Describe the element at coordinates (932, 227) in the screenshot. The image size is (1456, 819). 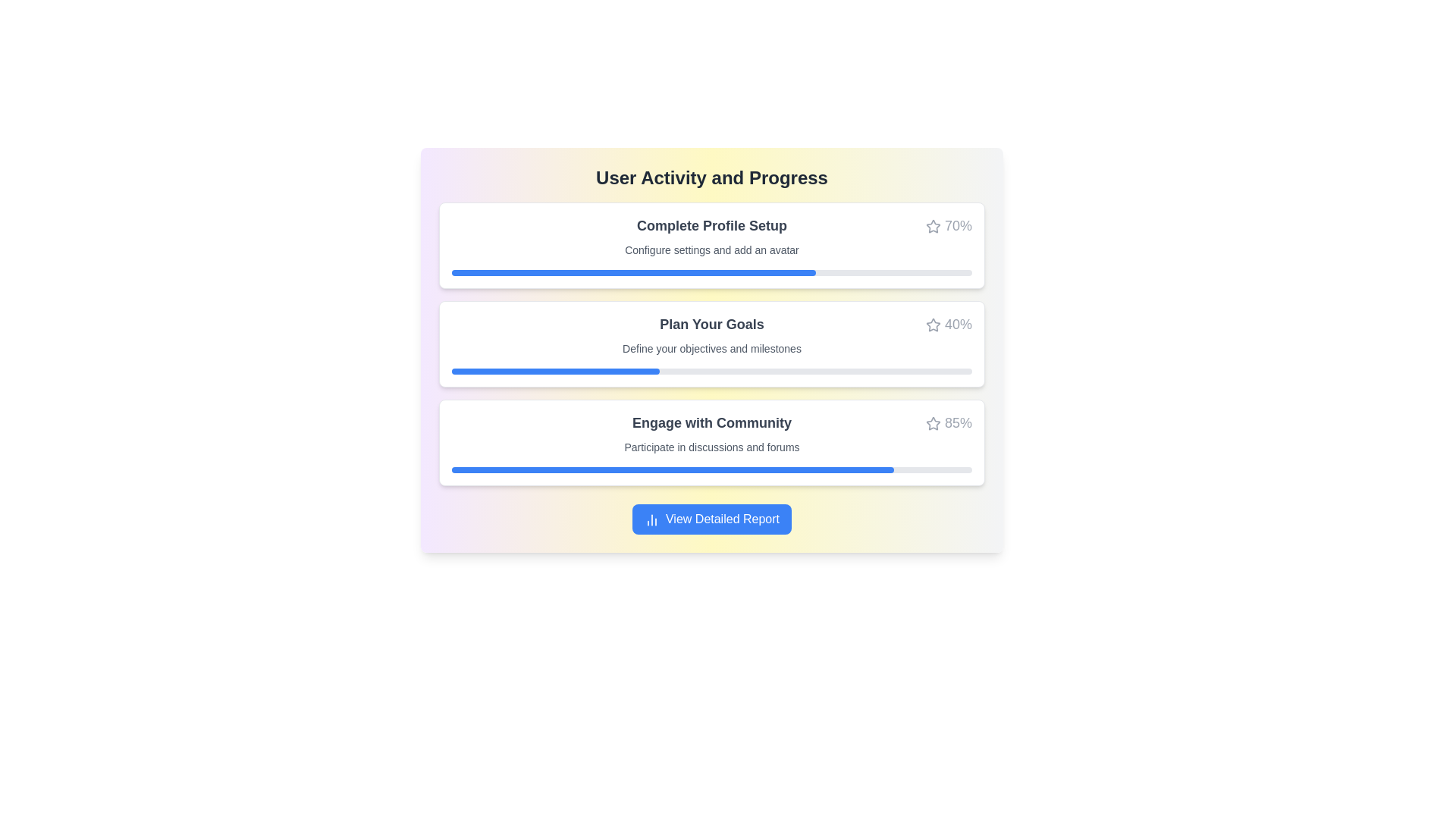
I see `the decorative icon indicating rating or progress related to the 'Complete Profile Setup' label, located in the top-right corner of the card` at that location.